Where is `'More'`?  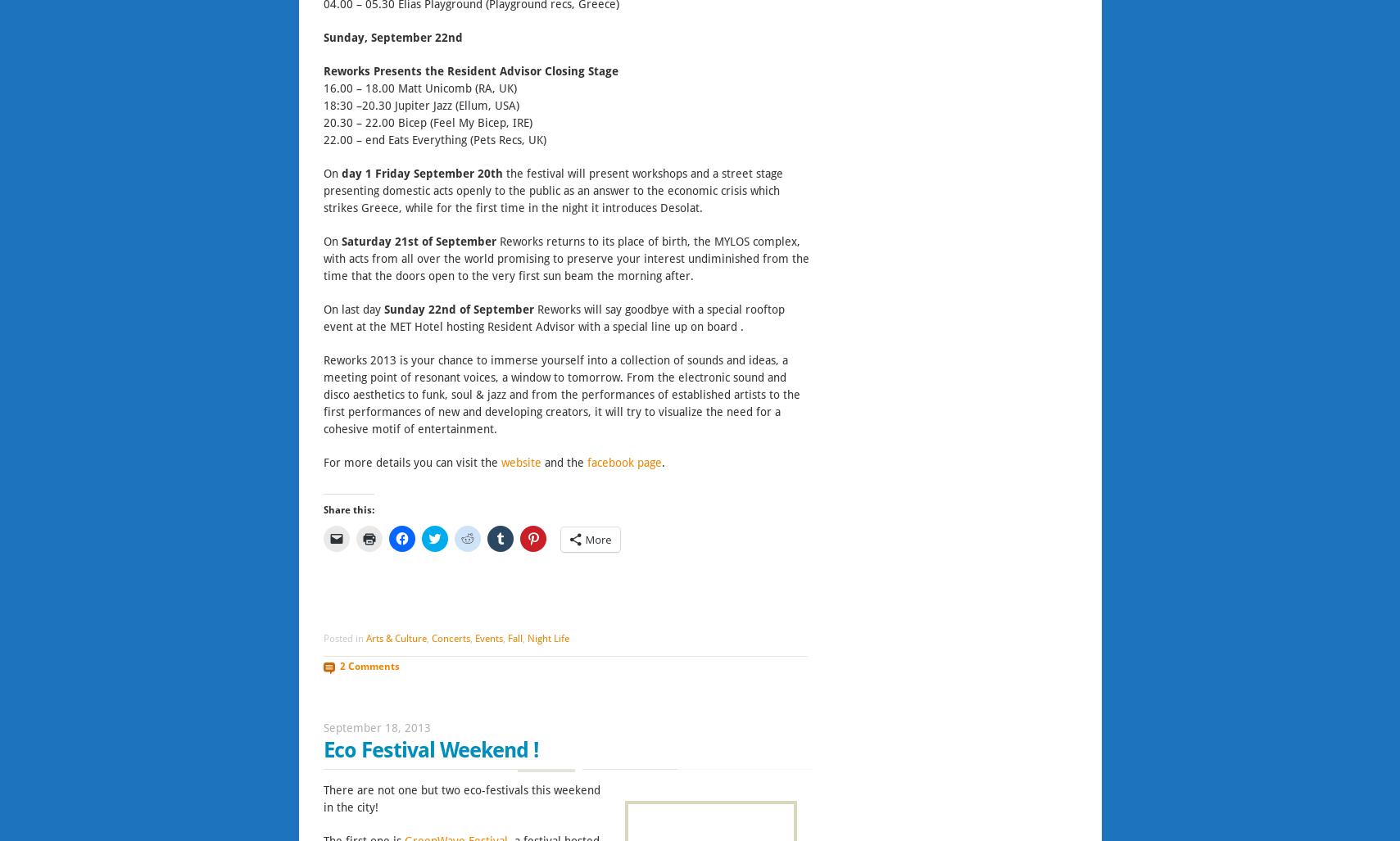 'More' is located at coordinates (597, 539).